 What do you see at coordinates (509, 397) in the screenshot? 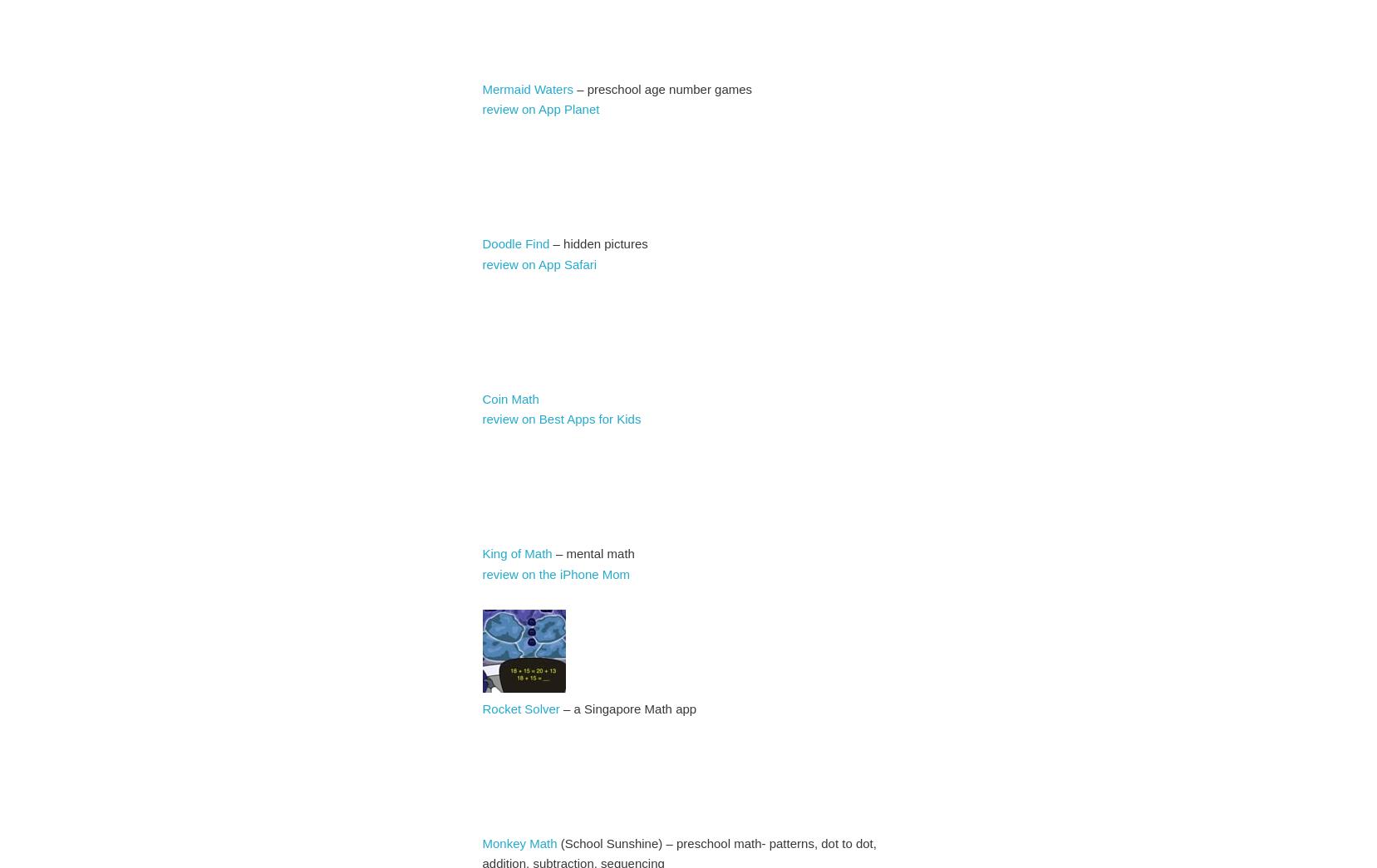
I see `'Coin Math'` at bounding box center [509, 397].